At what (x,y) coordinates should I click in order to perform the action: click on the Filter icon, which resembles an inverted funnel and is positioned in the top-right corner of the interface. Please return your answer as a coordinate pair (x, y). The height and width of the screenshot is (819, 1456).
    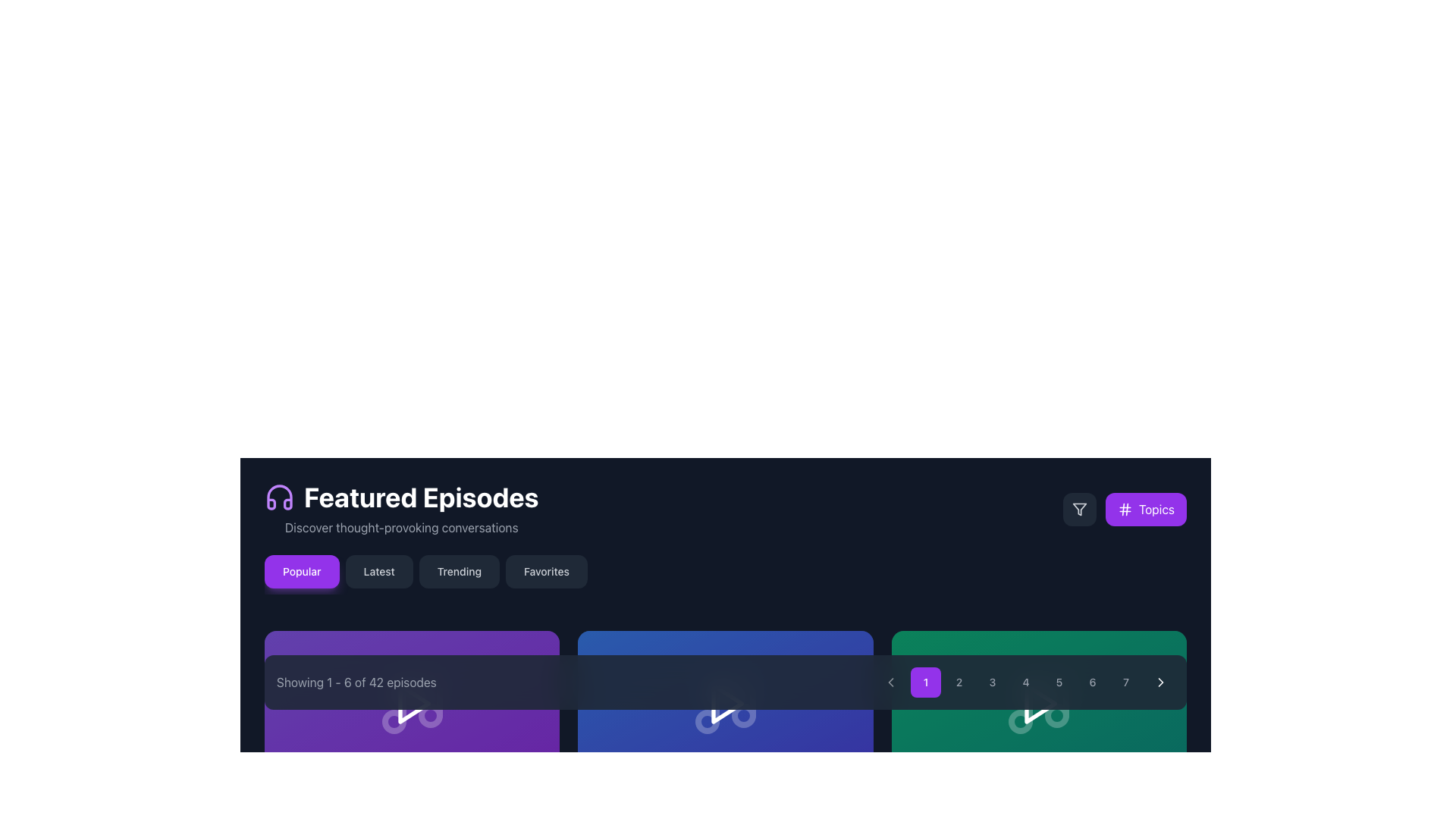
    Looking at the image, I should click on (1078, 509).